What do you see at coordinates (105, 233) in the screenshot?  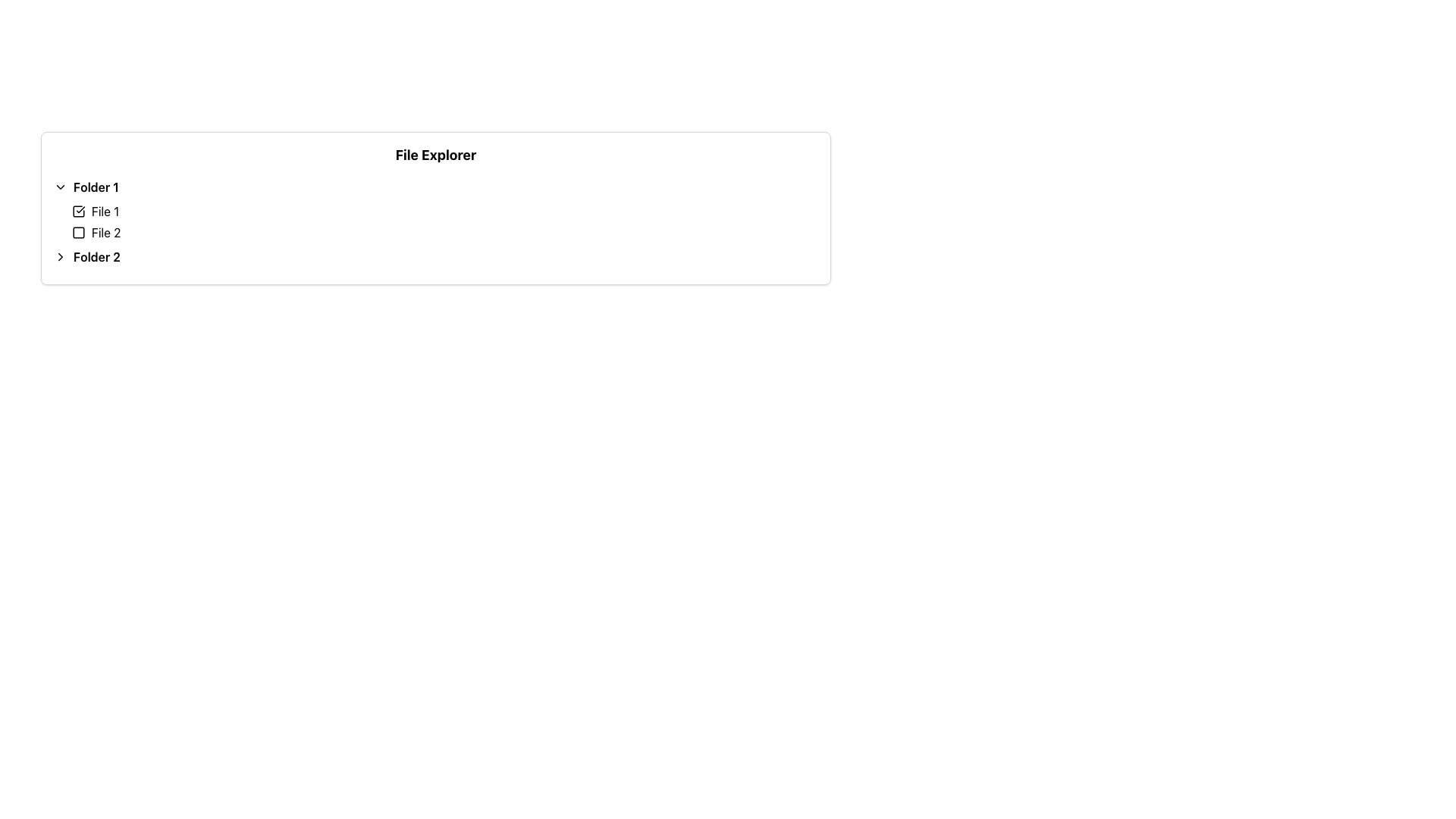 I see `text of the Text Label that identifies the file entry named 'File 2' in the file browser interface, which is located to the right of the associated checkbox` at bounding box center [105, 233].